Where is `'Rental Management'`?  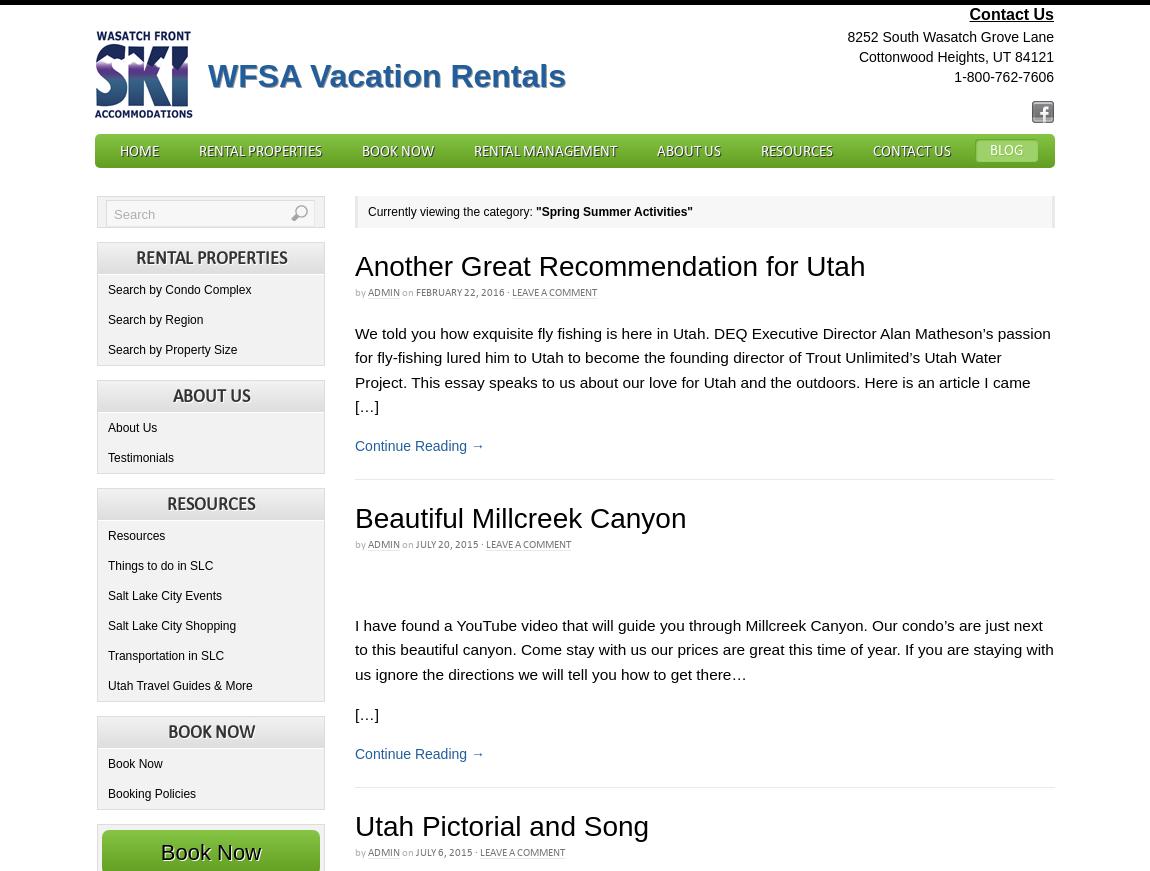 'Rental Management' is located at coordinates (545, 151).